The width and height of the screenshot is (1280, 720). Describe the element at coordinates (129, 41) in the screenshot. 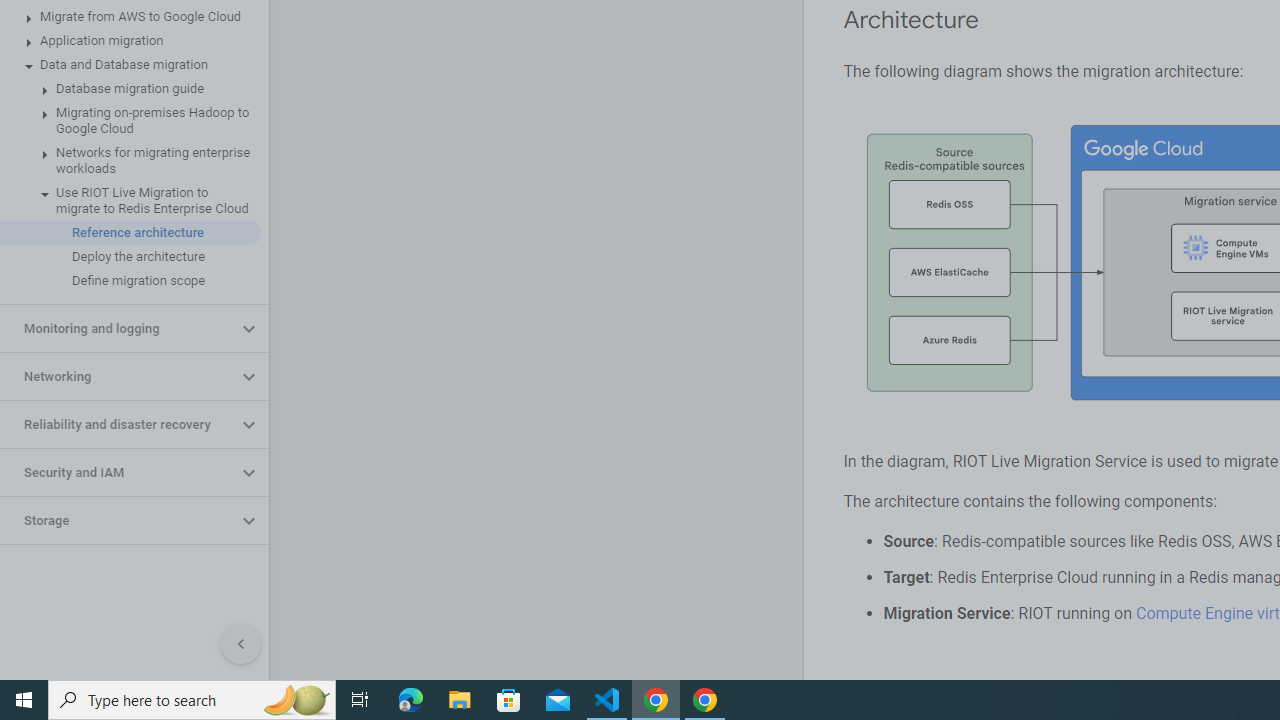

I see `'Application migration'` at that location.